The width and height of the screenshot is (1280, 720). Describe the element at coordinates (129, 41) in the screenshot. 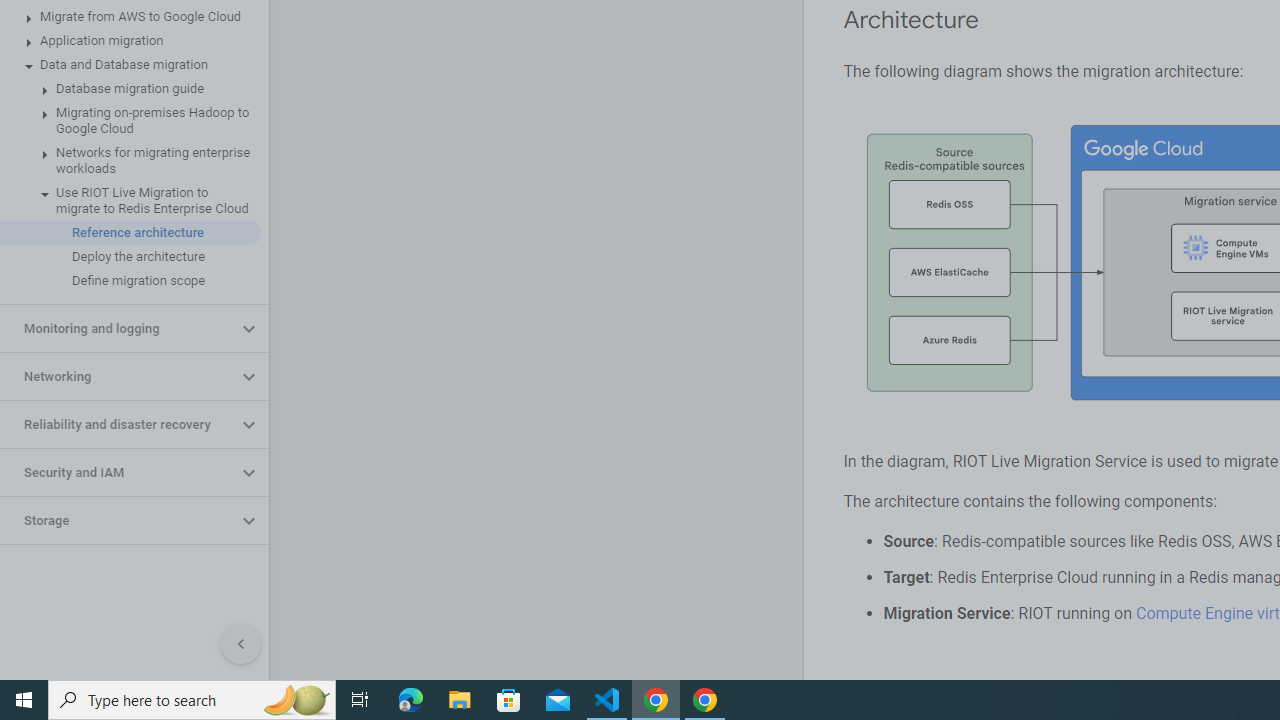

I see `'Application migration'` at that location.